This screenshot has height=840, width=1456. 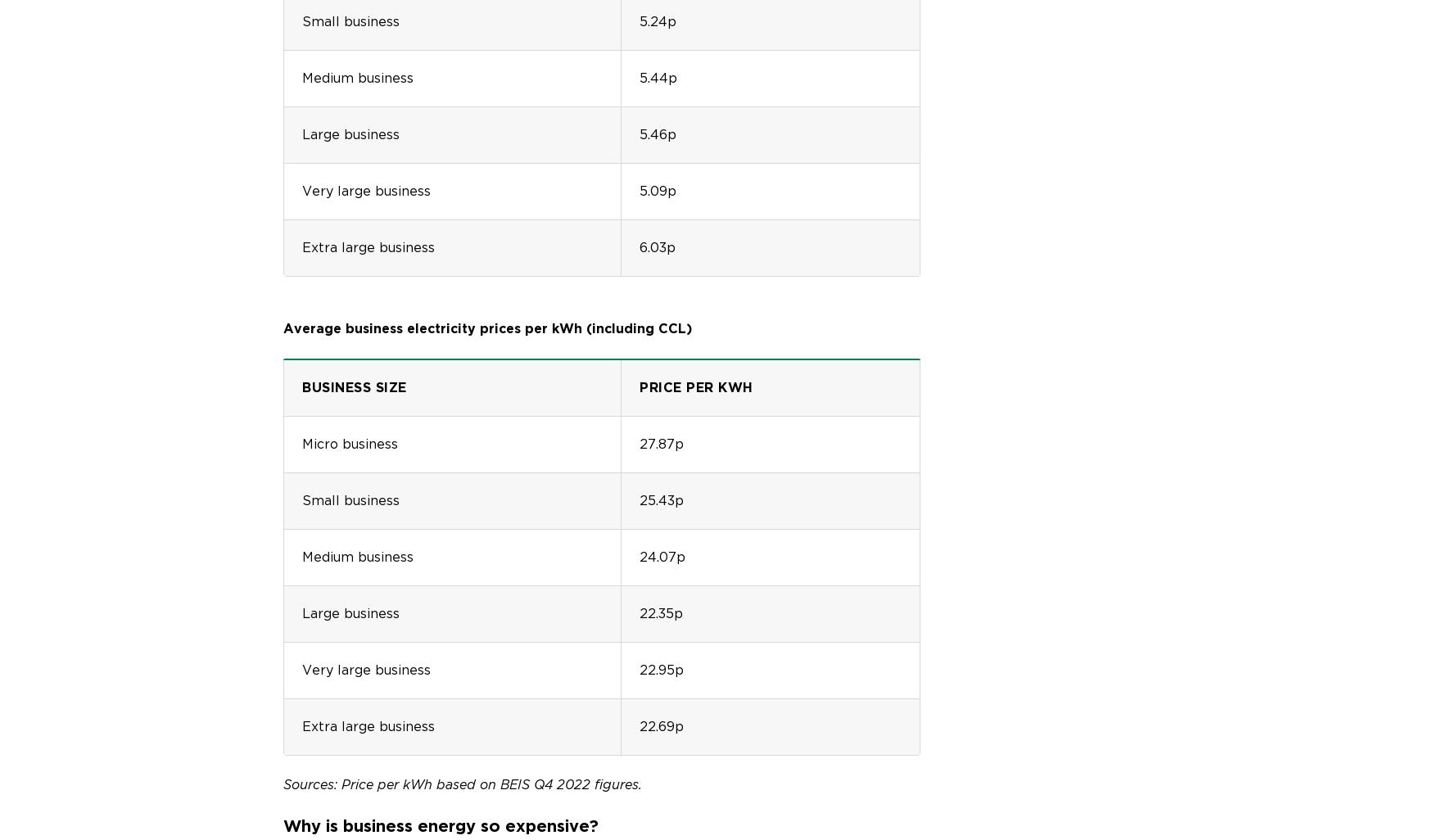 I want to click on 'Sources: Price per kWh based on BEIS Q4 2022 figures.', so click(x=463, y=784).